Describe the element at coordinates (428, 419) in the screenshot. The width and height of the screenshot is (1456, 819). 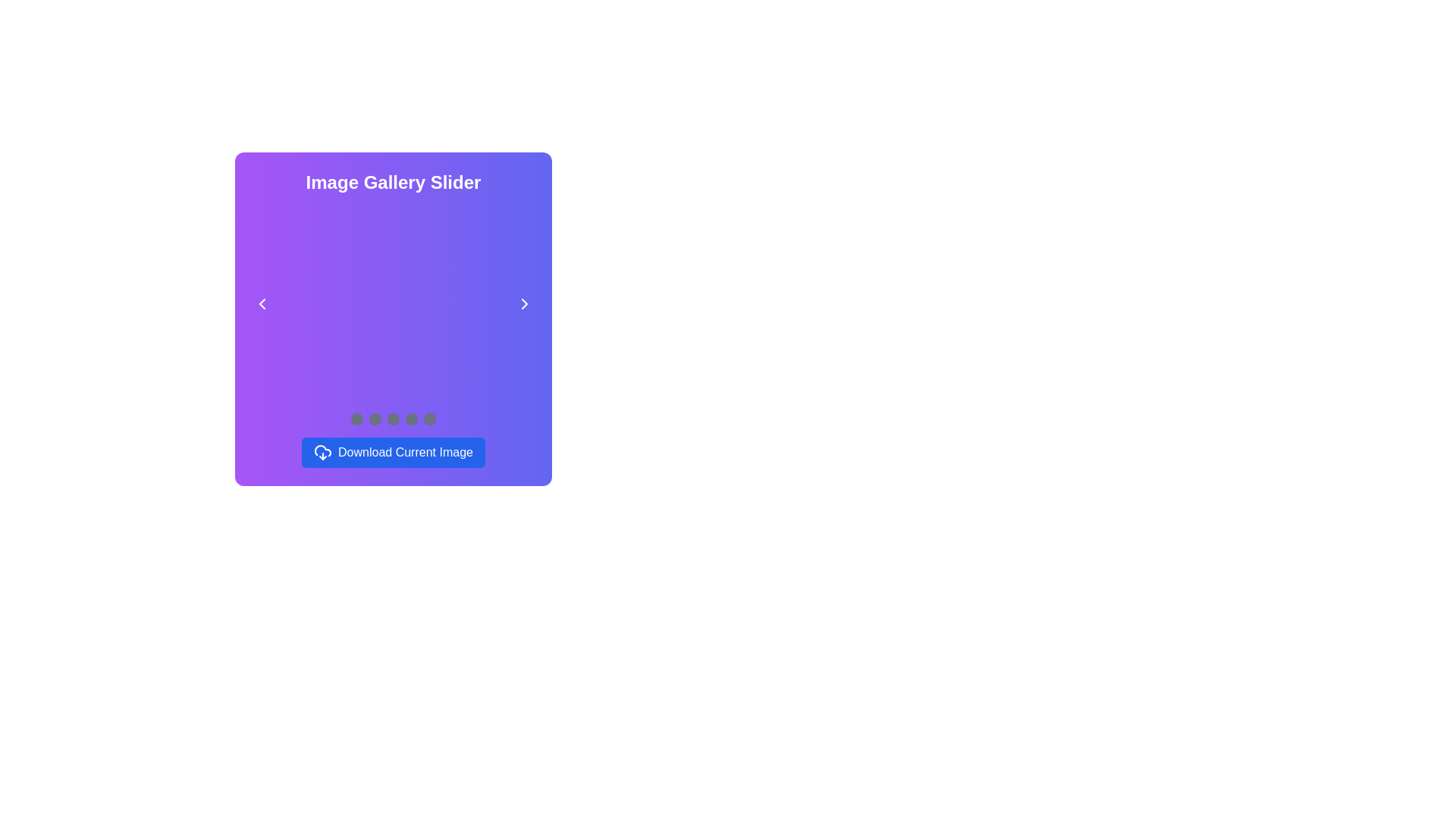
I see `the fifth circle indicator button` at that location.